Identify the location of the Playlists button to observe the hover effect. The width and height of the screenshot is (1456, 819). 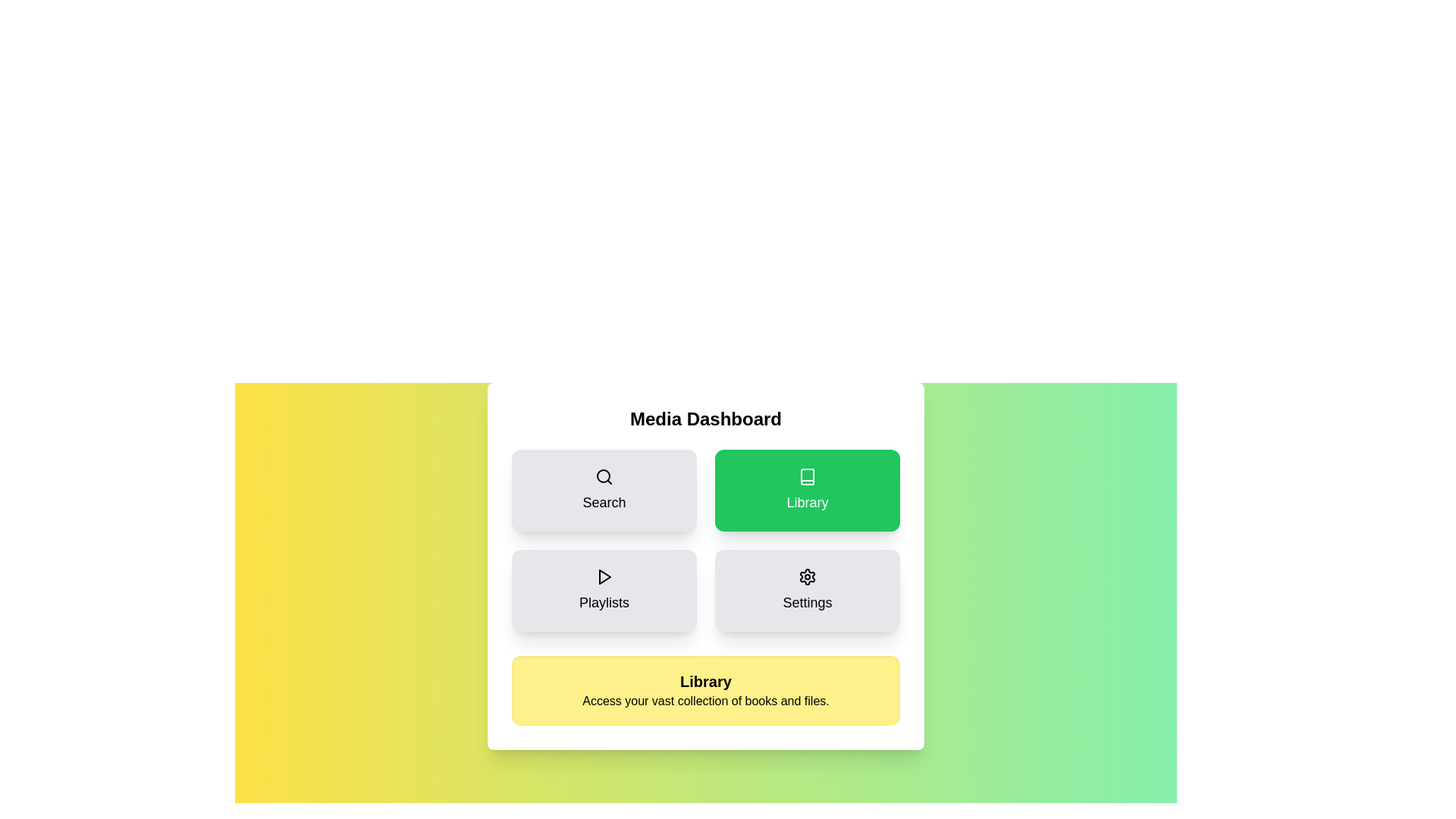
(603, 590).